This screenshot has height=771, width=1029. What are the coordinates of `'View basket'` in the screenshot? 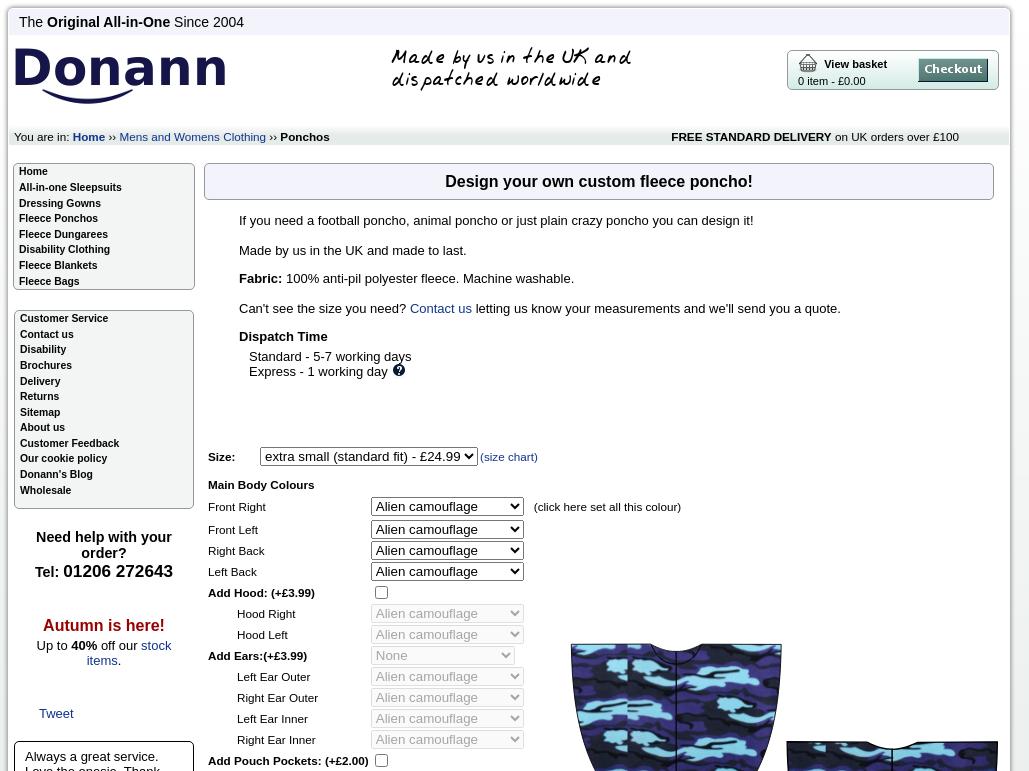 It's located at (851, 63).